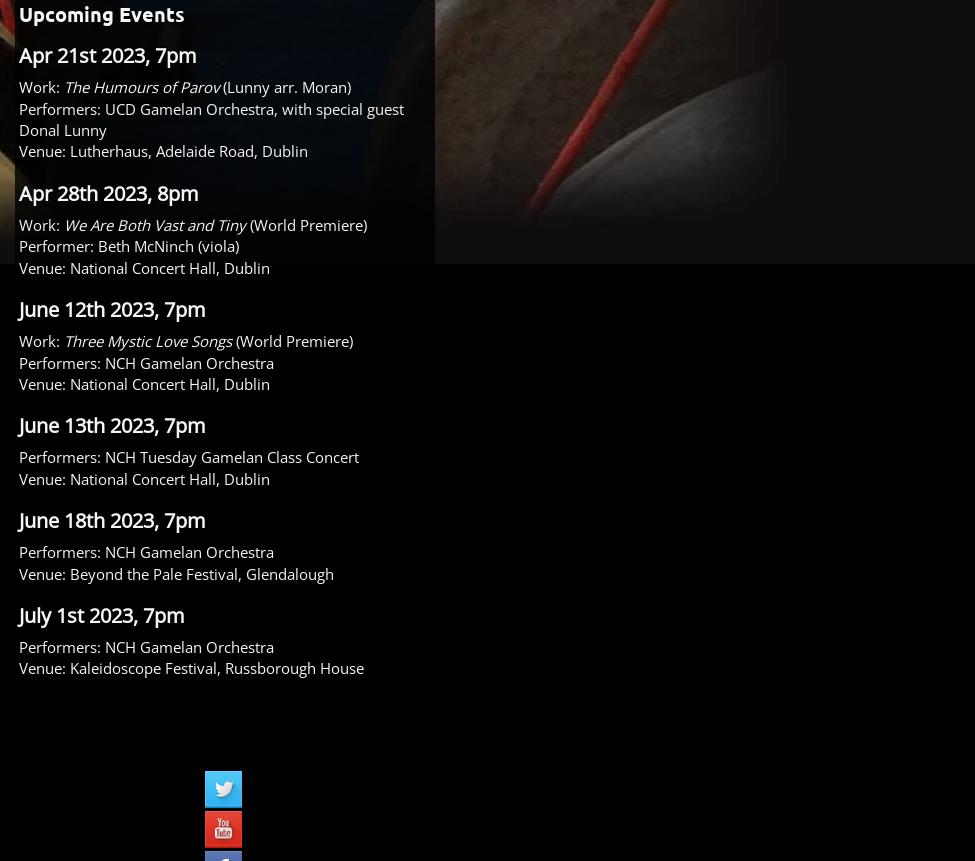 The height and width of the screenshot is (861, 975). I want to click on 'June 18th 2023, 7pm', so click(111, 520).